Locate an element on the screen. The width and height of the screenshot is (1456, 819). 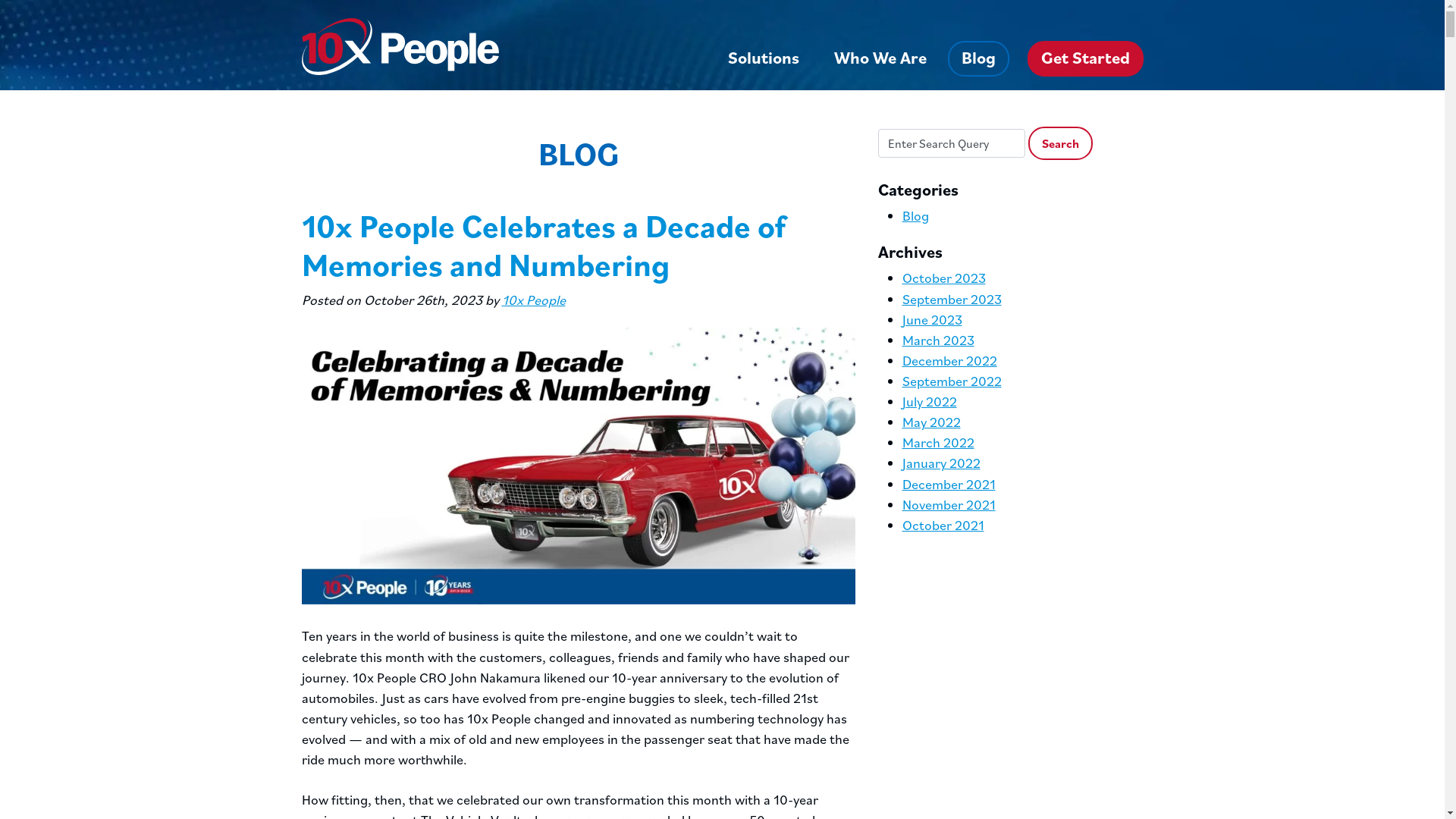
'July 2022' is located at coordinates (928, 400).